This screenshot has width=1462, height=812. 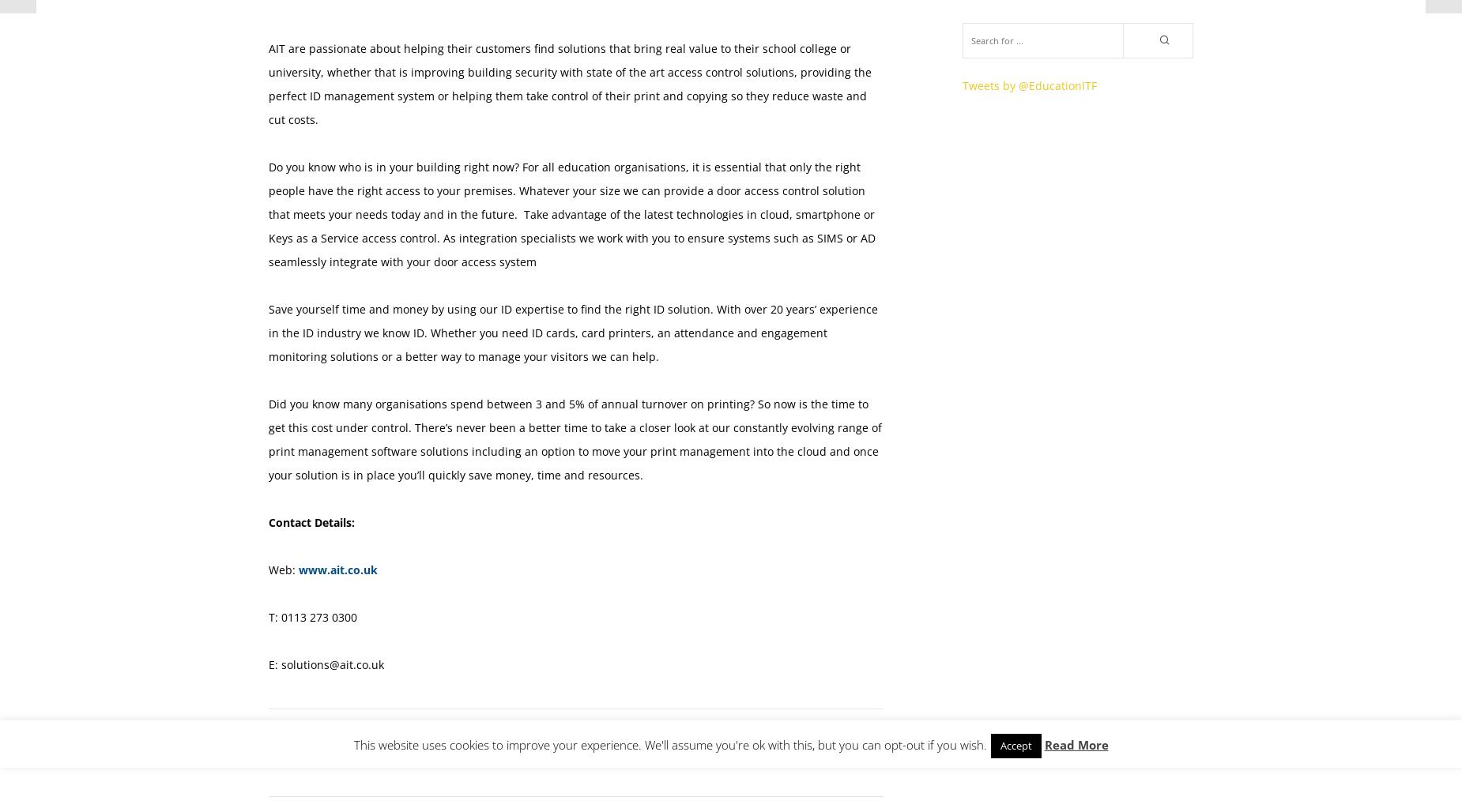 I want to click on 'www.ait.co.uk', so click(x=337, y=569).